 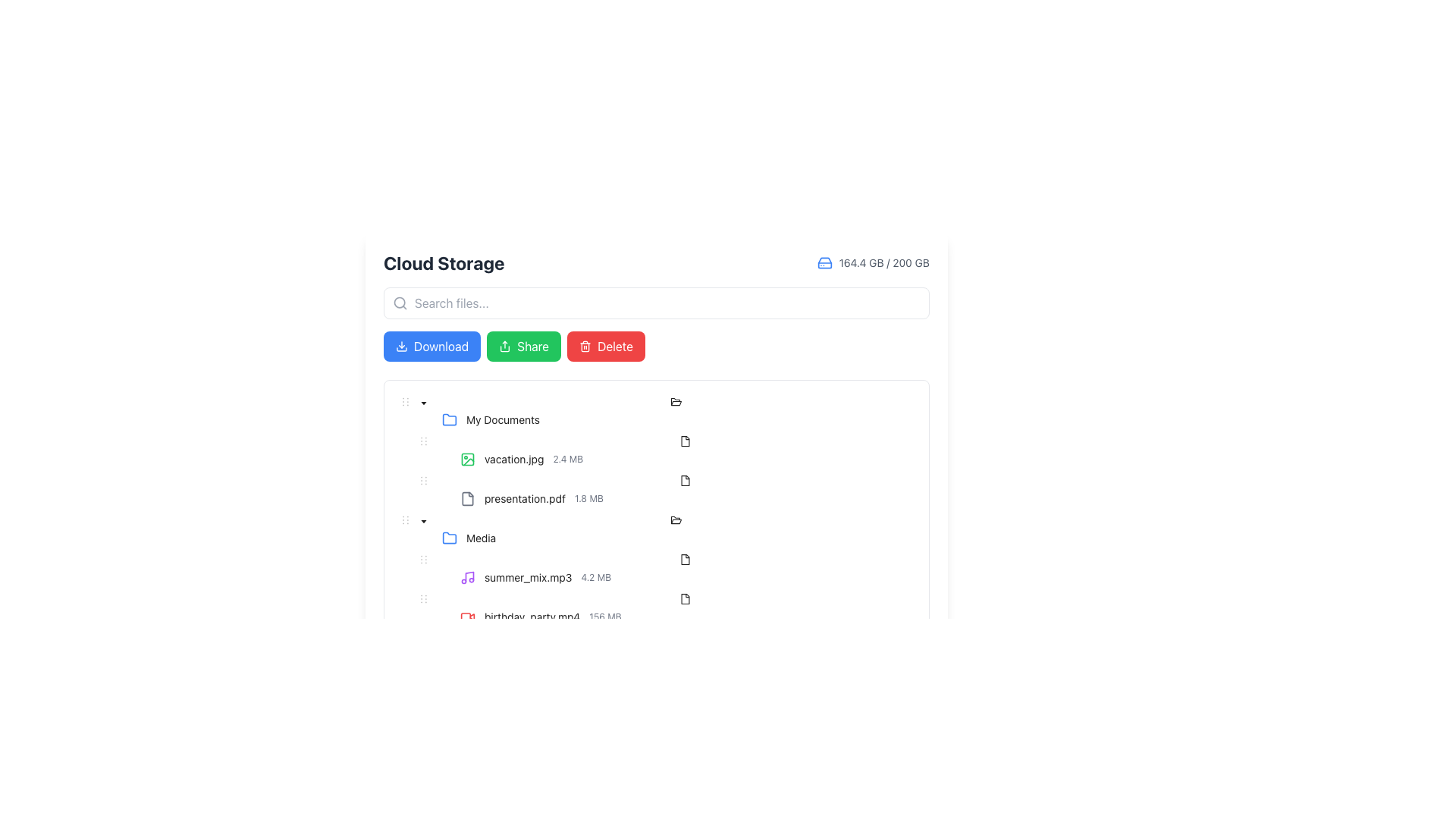 What do you see at coordinates (401, 346) in the screenshot?
I see `the small downward-pointing arrow icon located to the left of the 'Download' button in the header section of the application` at bounding box center [401, 346].